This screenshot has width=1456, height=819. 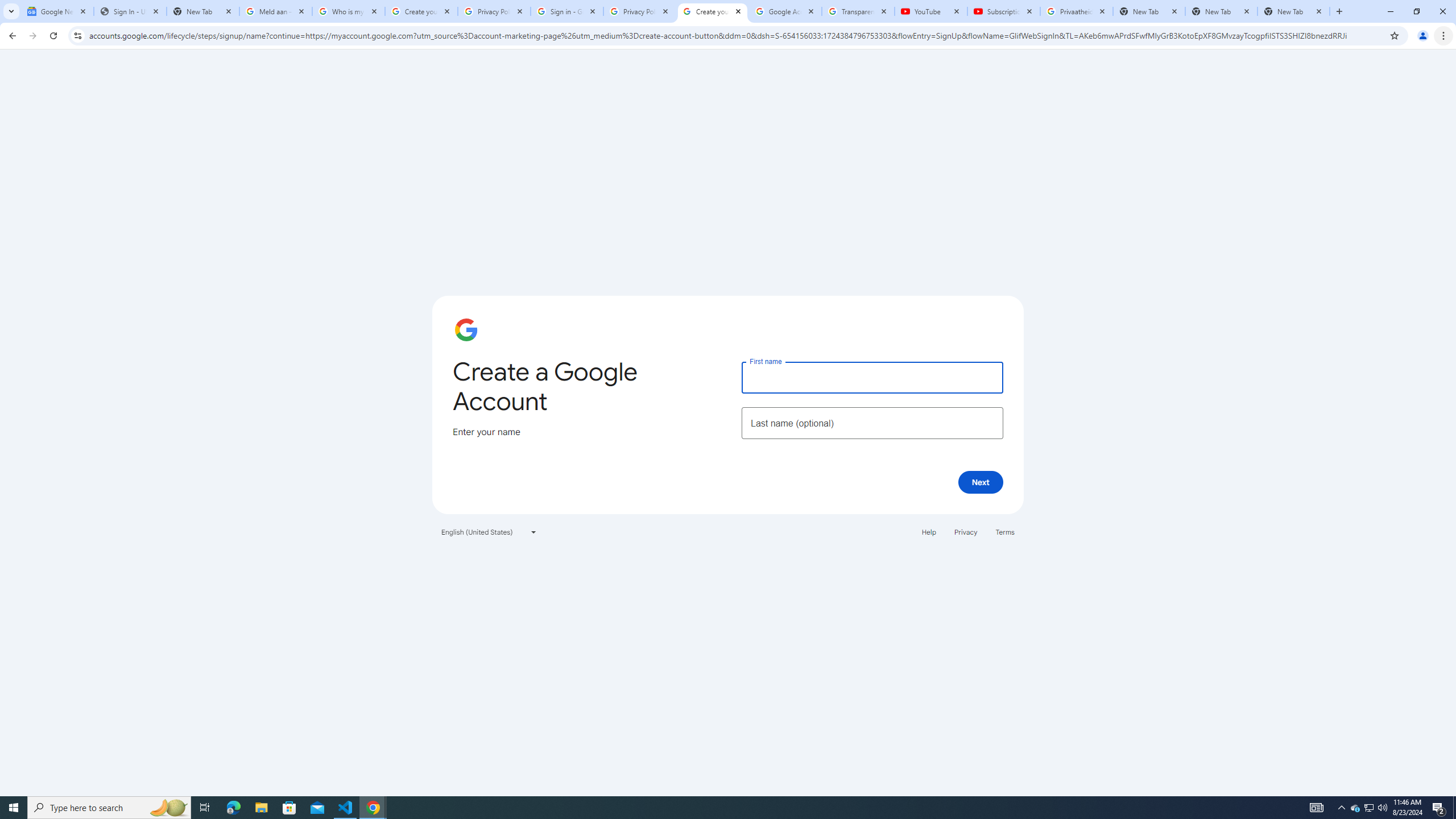 I want to click on 'YouTube', so click(x=930, y=11).